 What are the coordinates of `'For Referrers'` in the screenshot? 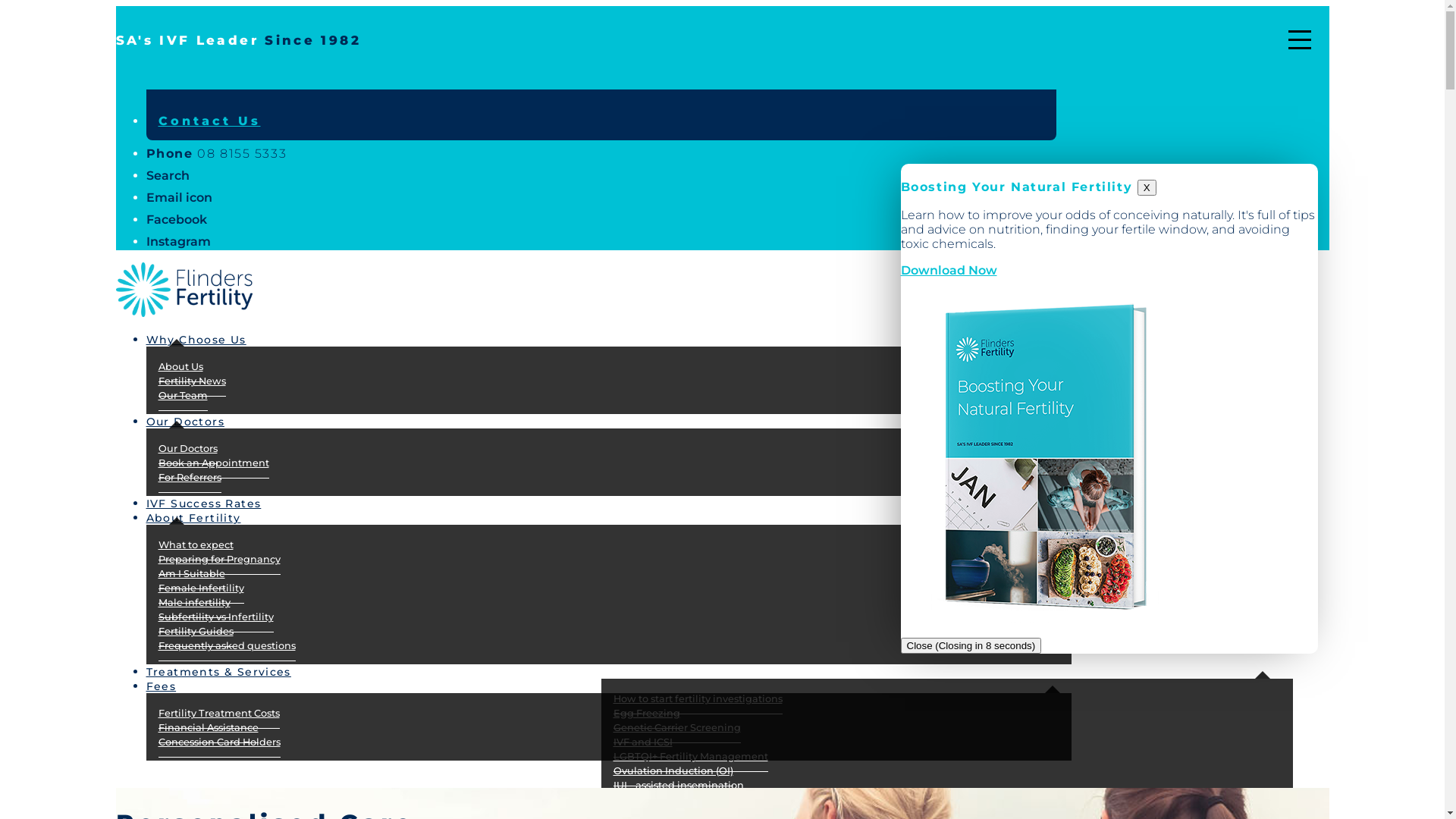 It's located at (188, 476).